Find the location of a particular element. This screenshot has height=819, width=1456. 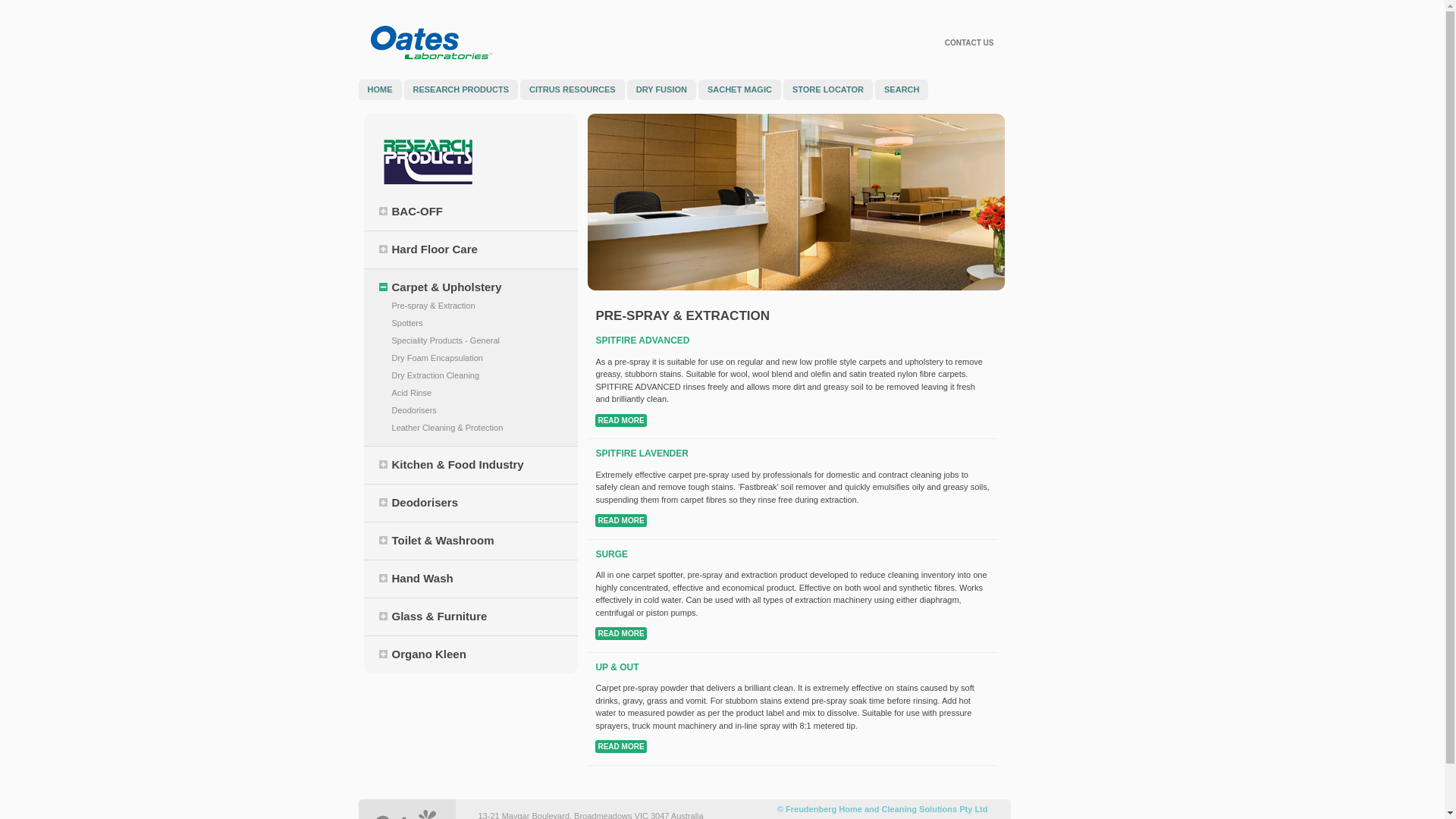

'Kitchen & Food Industry' is located at coordinates (450, 463).